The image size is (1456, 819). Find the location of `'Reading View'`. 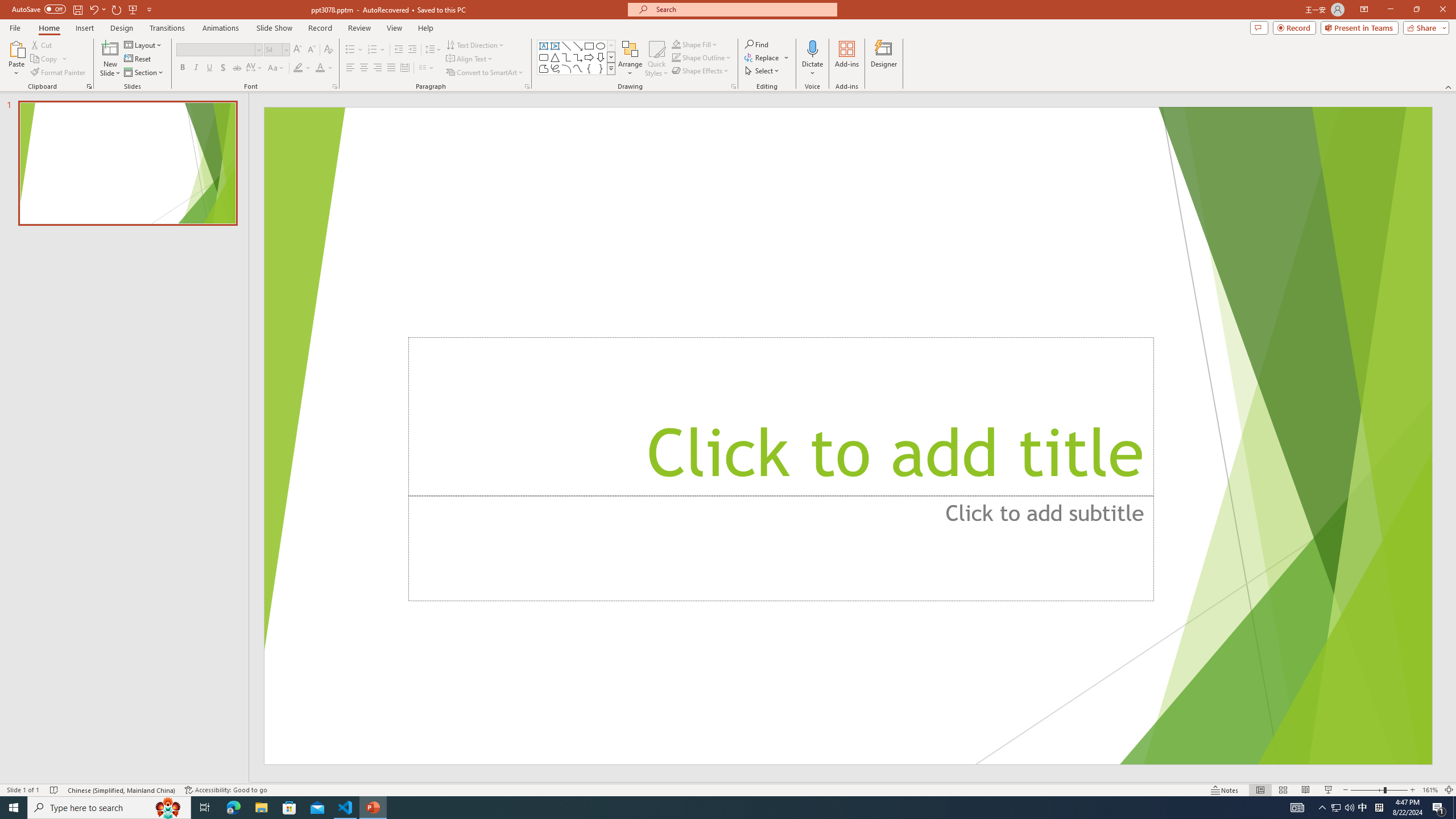

'Reading View' is located at coordinates (1305, 790).